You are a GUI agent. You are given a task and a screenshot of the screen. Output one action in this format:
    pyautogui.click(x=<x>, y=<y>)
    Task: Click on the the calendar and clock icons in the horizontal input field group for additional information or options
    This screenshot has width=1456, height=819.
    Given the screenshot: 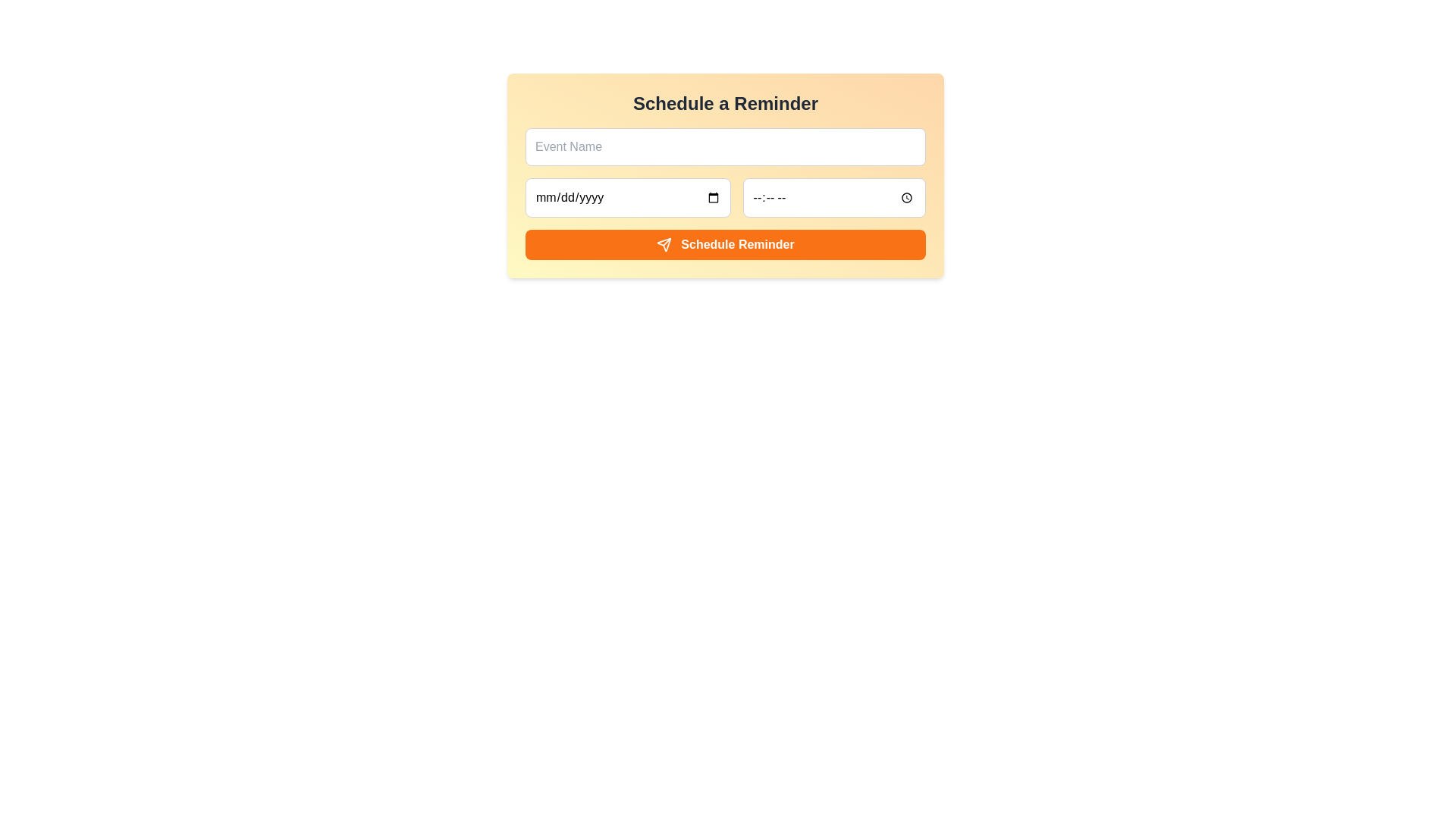 What is the action you would take?
    pyautogui.click(x=724, y=197)
    